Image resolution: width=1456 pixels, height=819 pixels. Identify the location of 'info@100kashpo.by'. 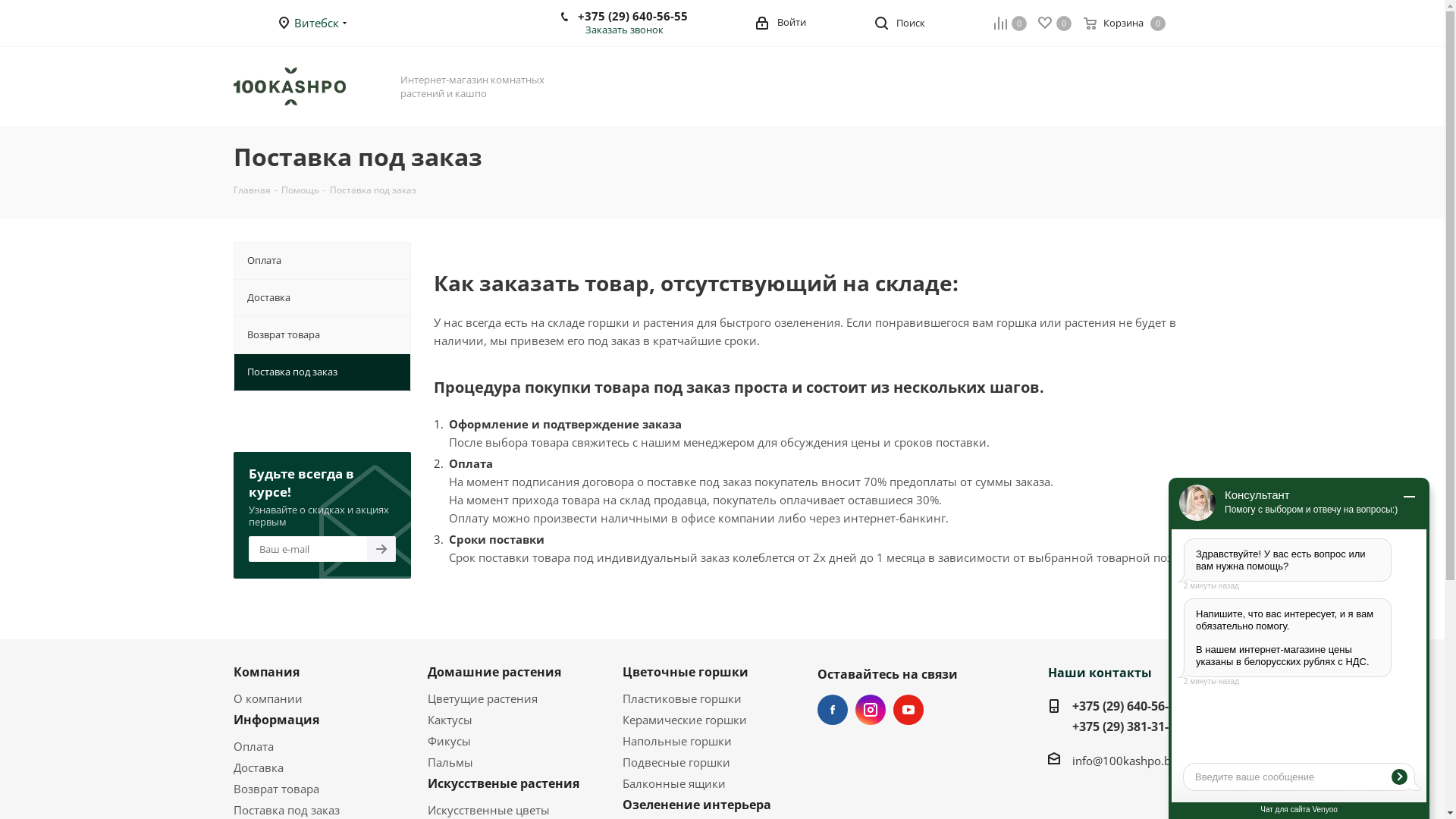
(1125, 760).